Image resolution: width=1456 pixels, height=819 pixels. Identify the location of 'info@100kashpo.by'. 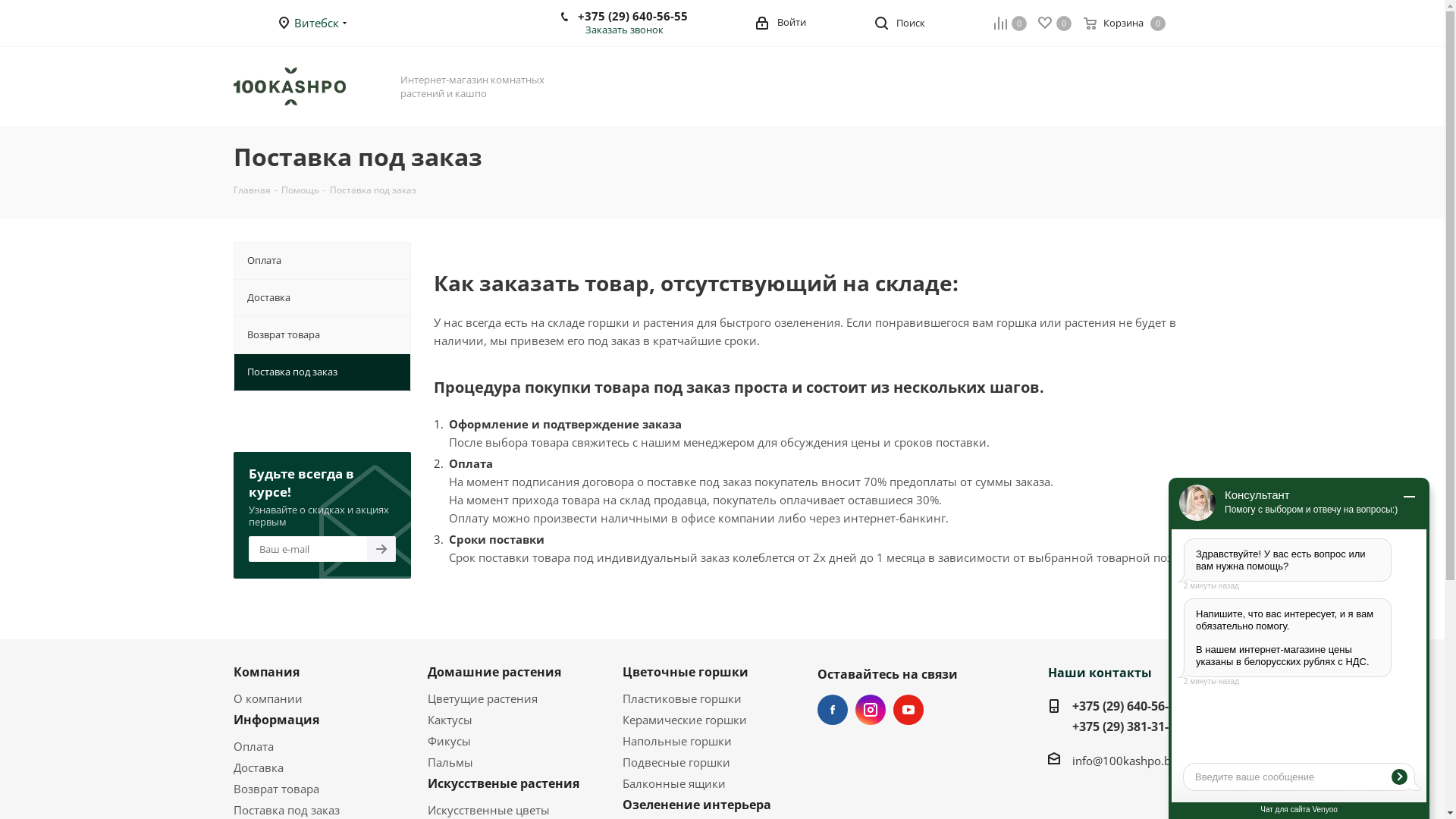
(1125, 760).